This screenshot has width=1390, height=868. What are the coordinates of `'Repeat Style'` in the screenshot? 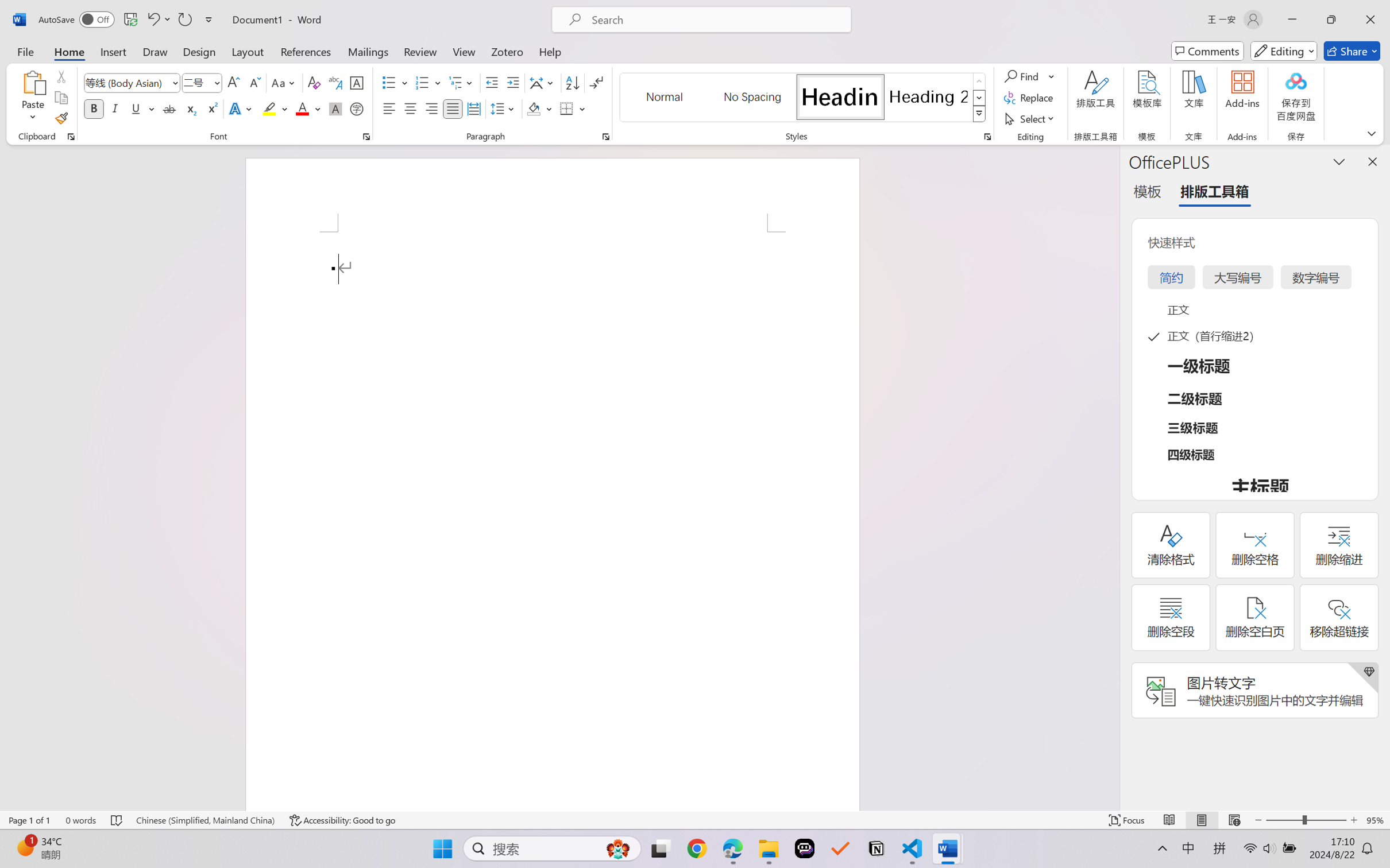 It's located at (184, 19).